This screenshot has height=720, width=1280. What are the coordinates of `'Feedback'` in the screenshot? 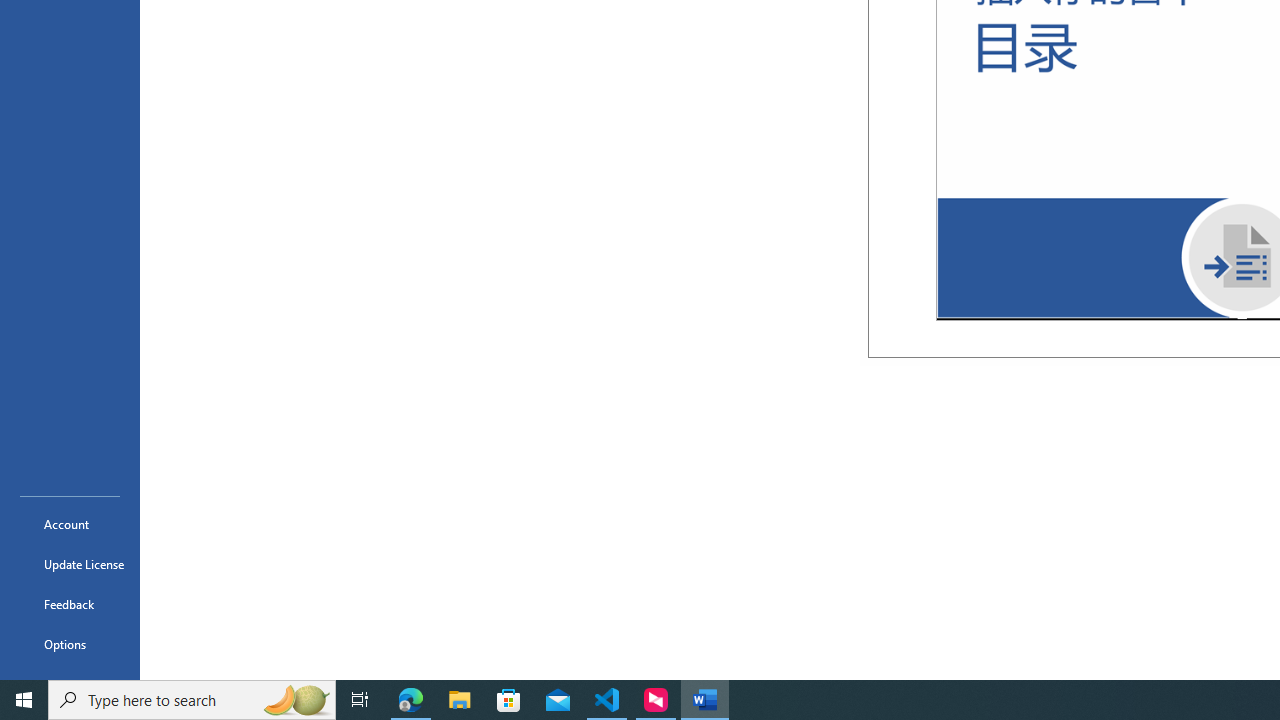 It's located at (69, 603).